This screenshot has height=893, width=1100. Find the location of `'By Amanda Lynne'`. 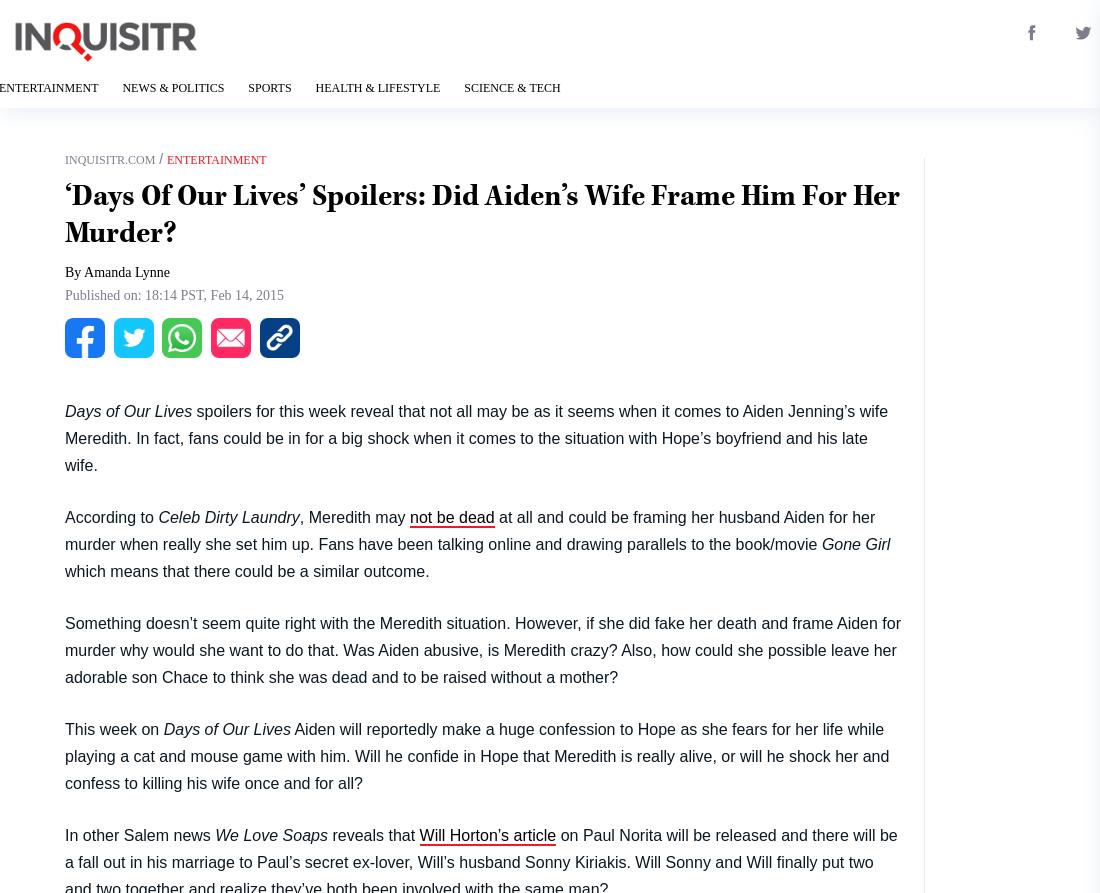

'By Amanda Lynne' is located at coordinates (117, 271).